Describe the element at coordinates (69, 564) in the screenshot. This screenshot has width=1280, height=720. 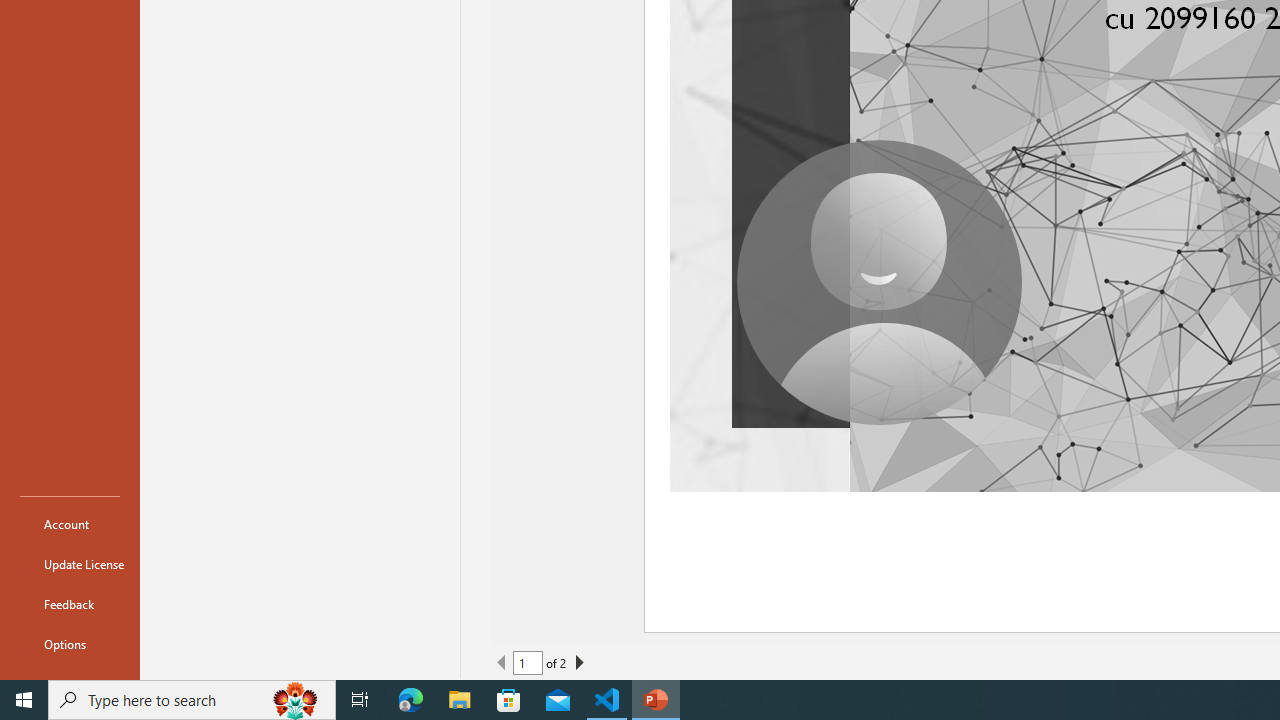
I see `'Update License'` at that location.